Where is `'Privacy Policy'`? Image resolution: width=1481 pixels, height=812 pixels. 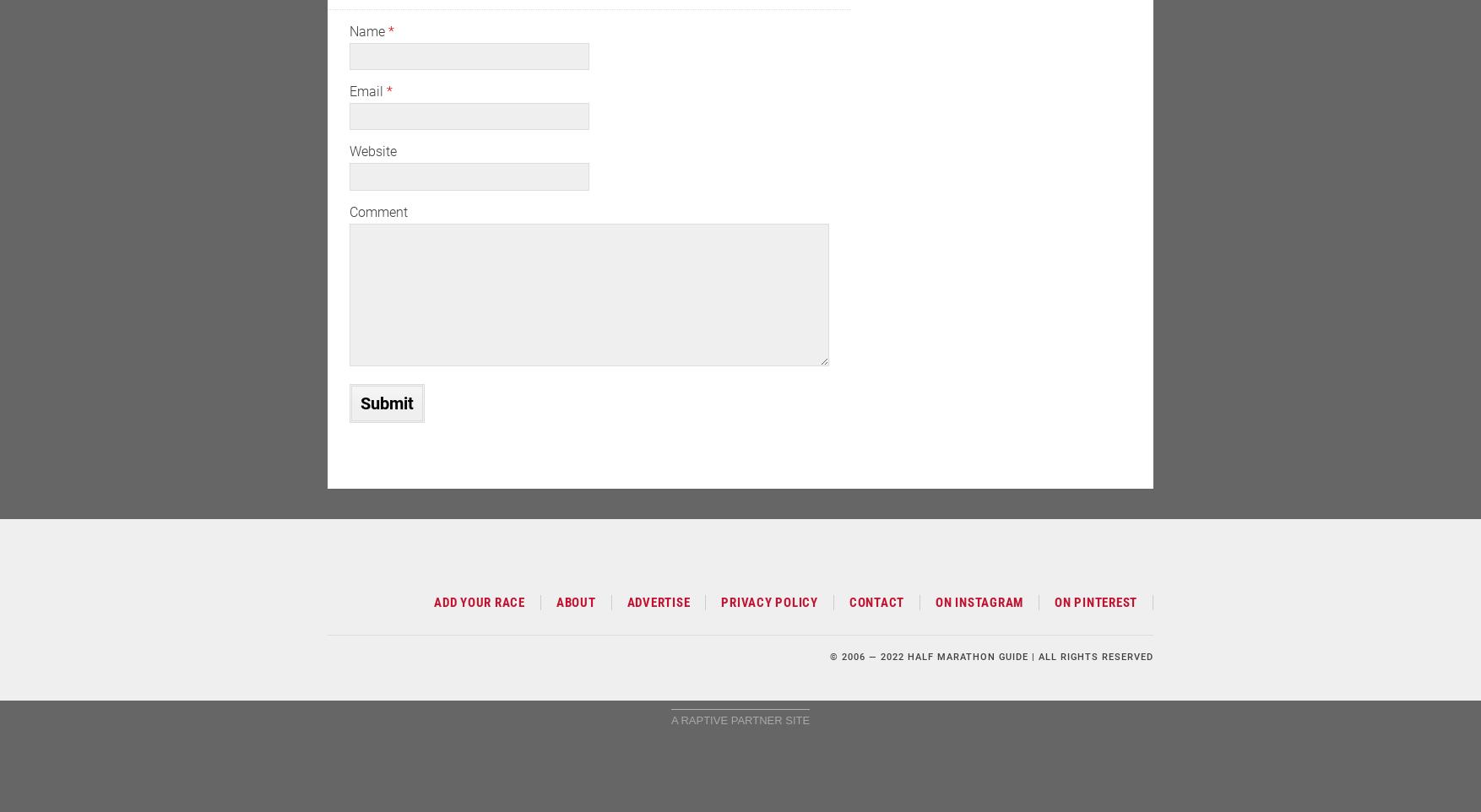
'Privacy Policy' is located at coordinates (769, 601).